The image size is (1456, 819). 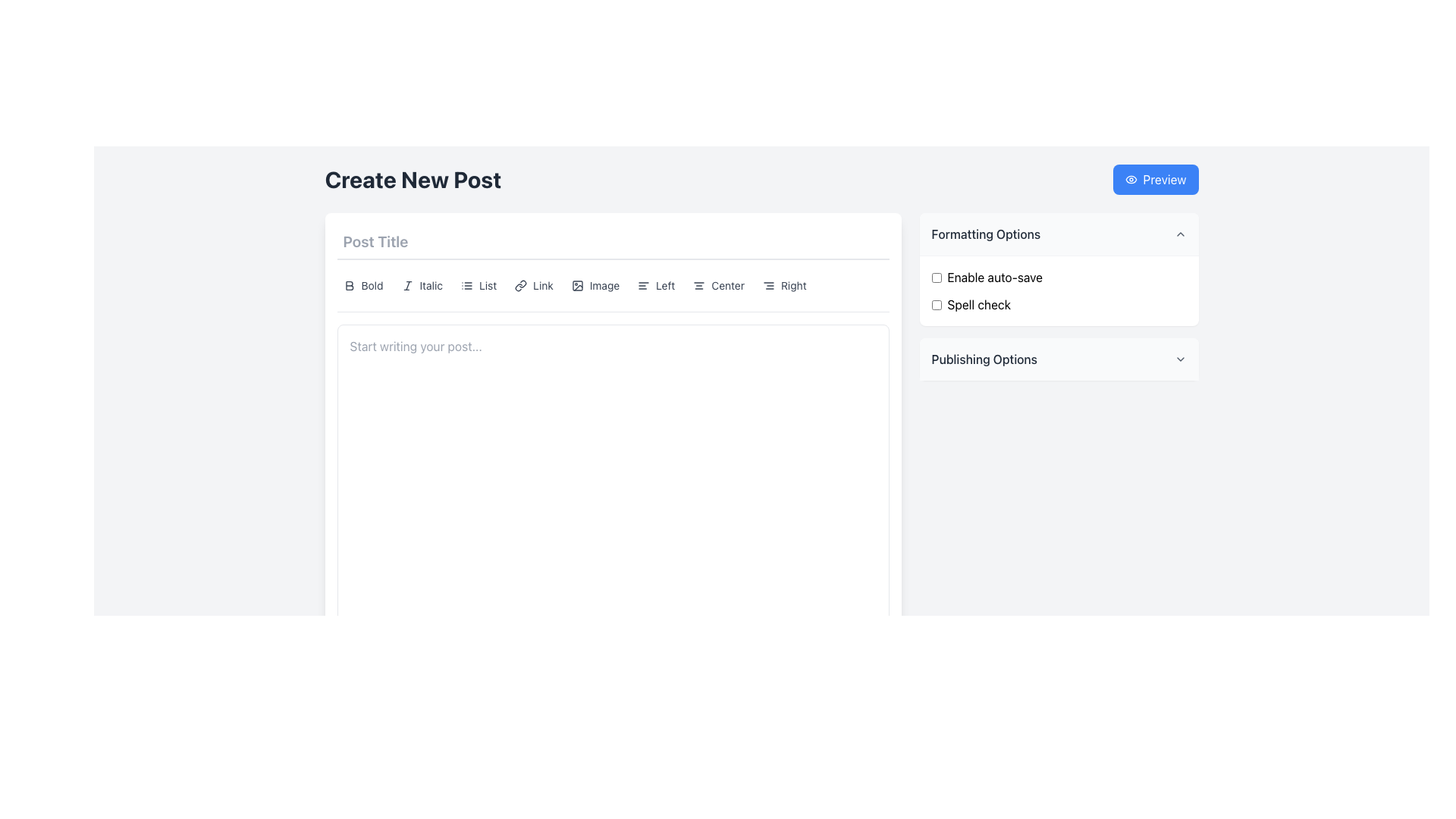 I want to click on the label next to the list icon in the top toolbar of the 'Create New Post' interface, which identifies the function for adding lists to the post, so click(x=488, y=286).